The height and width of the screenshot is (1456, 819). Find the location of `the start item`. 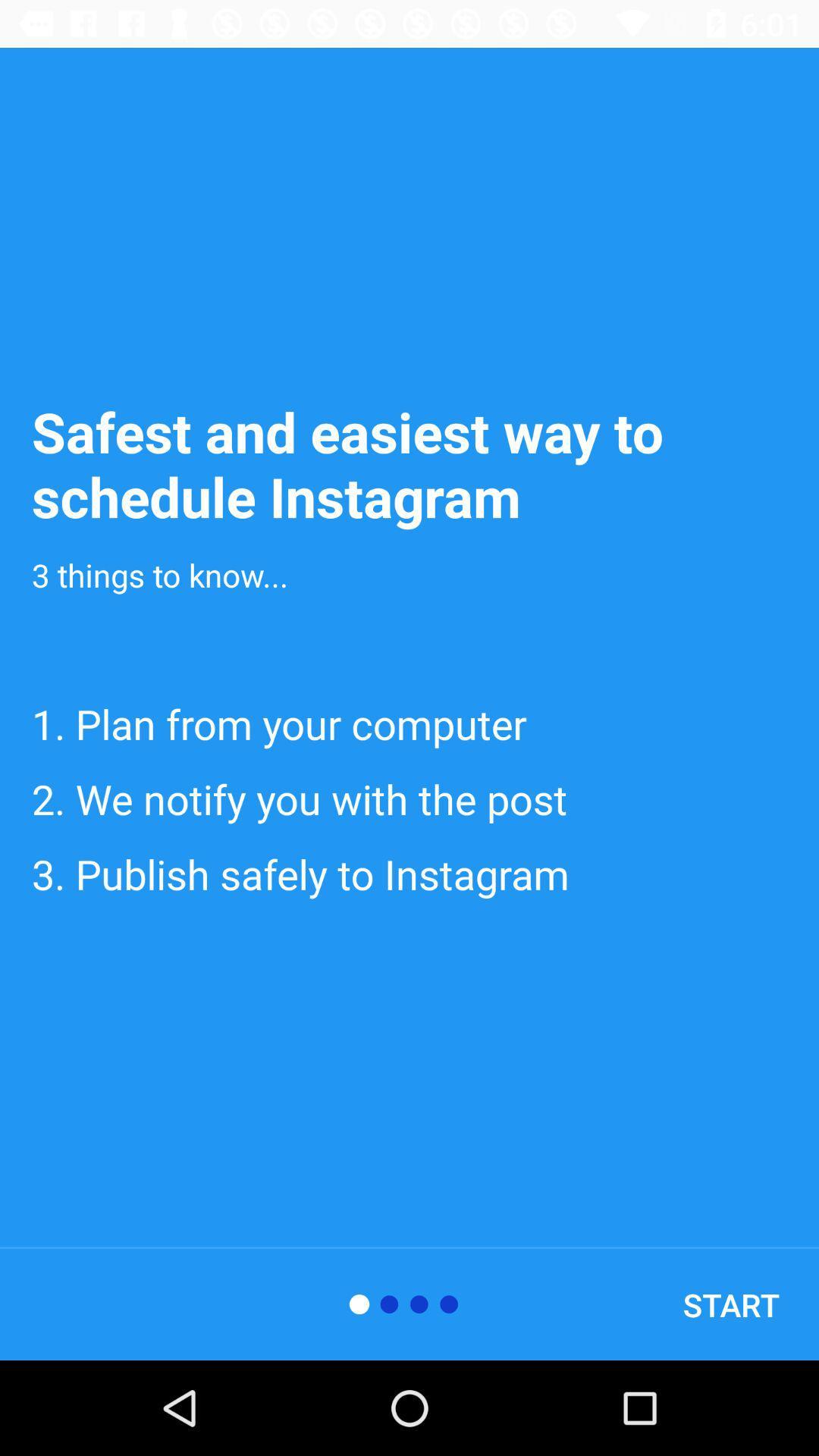

the start item is located at coordinates (730, 1304).